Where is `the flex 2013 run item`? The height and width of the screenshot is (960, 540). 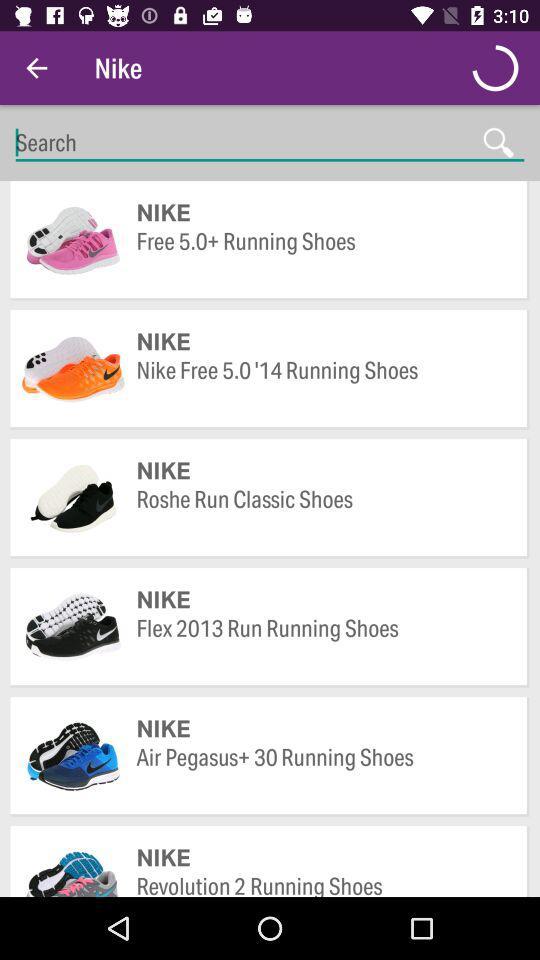
the flex 2013 run item is located at coordinates (322, 642).